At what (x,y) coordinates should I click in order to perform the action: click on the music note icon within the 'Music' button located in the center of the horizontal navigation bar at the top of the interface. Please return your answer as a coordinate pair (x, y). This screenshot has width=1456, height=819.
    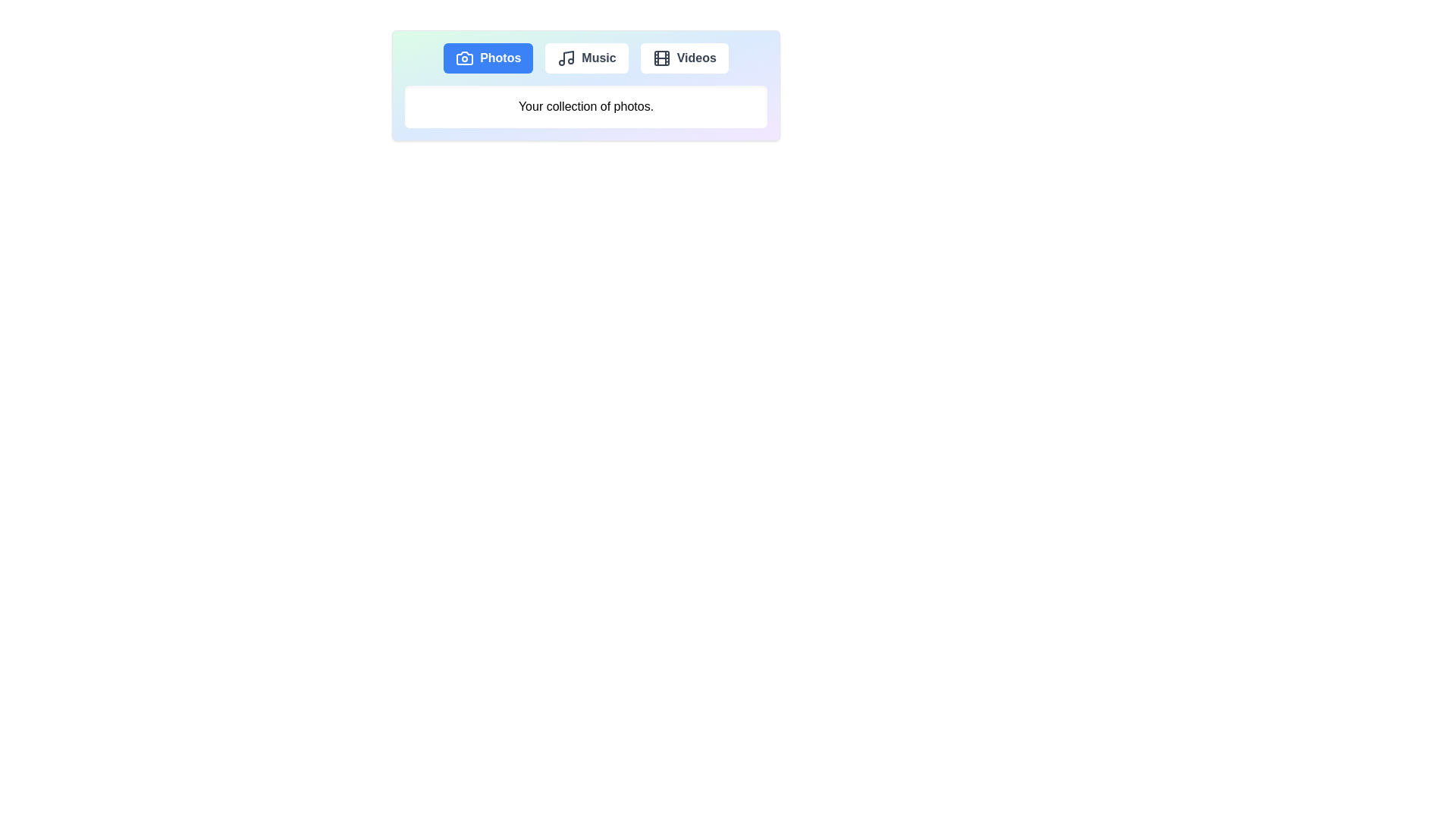
    Looking at the image, I should click on (566, 58).